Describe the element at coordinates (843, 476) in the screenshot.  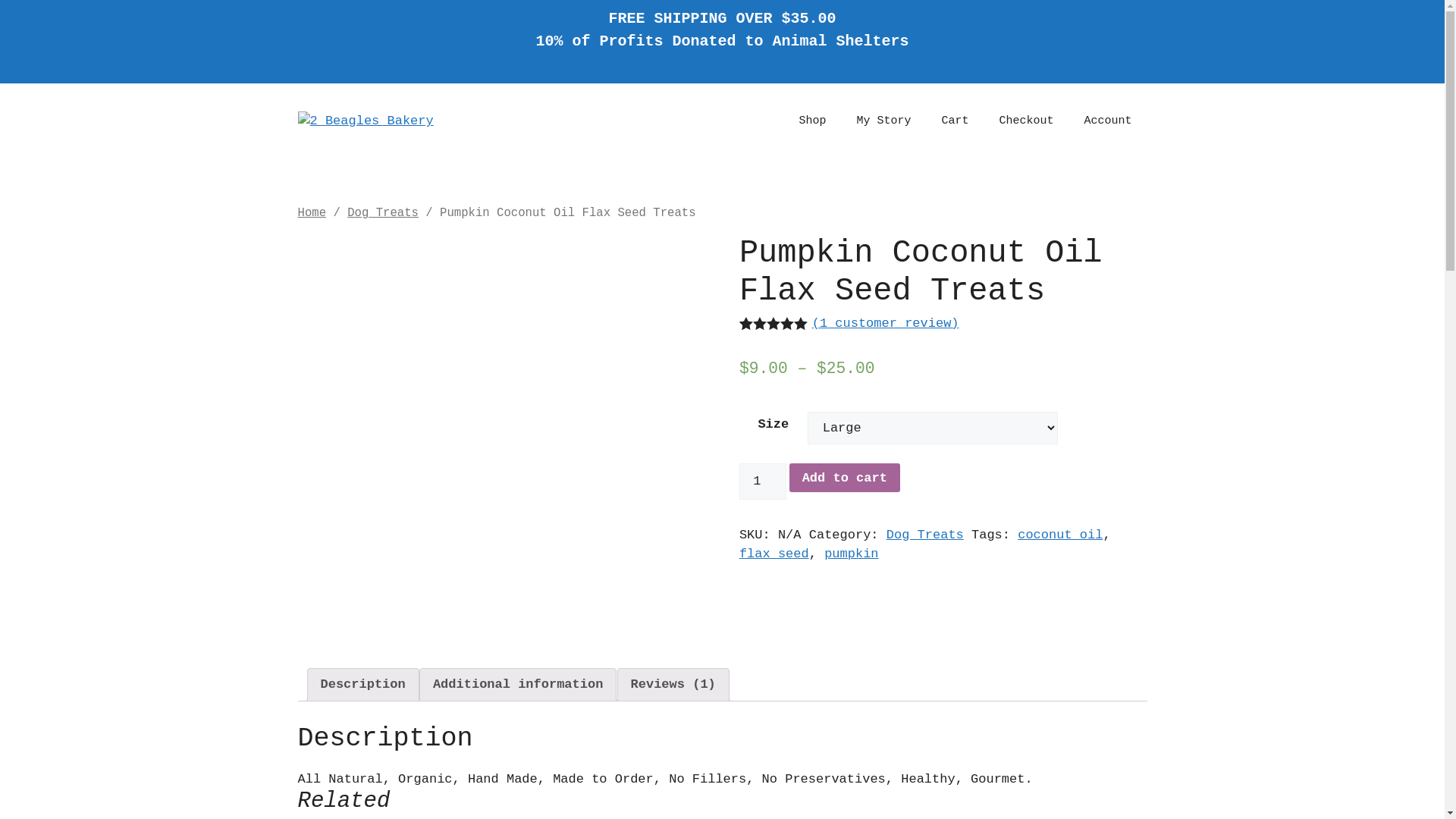
I see `'Add to cart'` at that location.